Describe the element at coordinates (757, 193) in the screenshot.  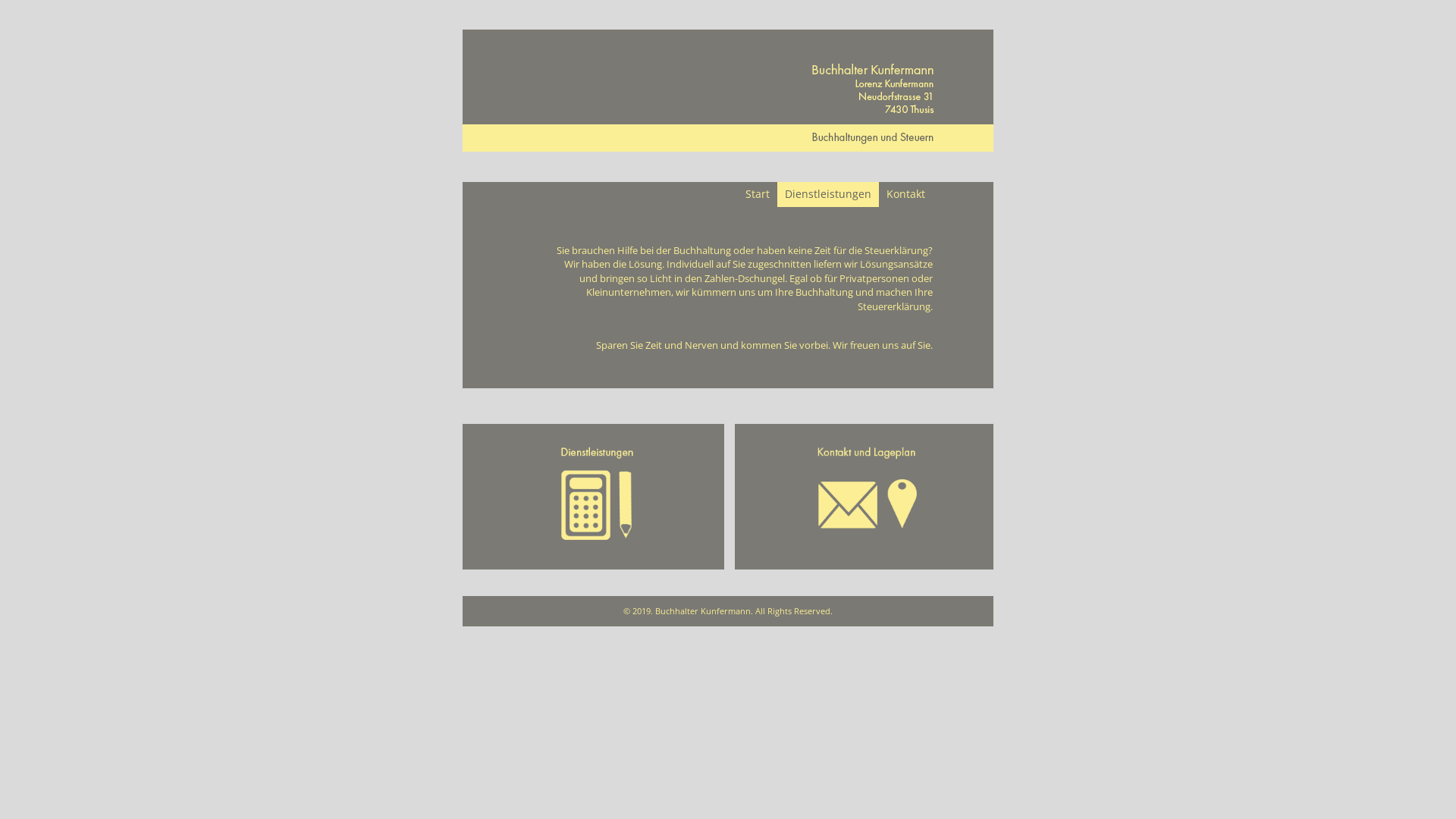
I see `'Start'` at that location.